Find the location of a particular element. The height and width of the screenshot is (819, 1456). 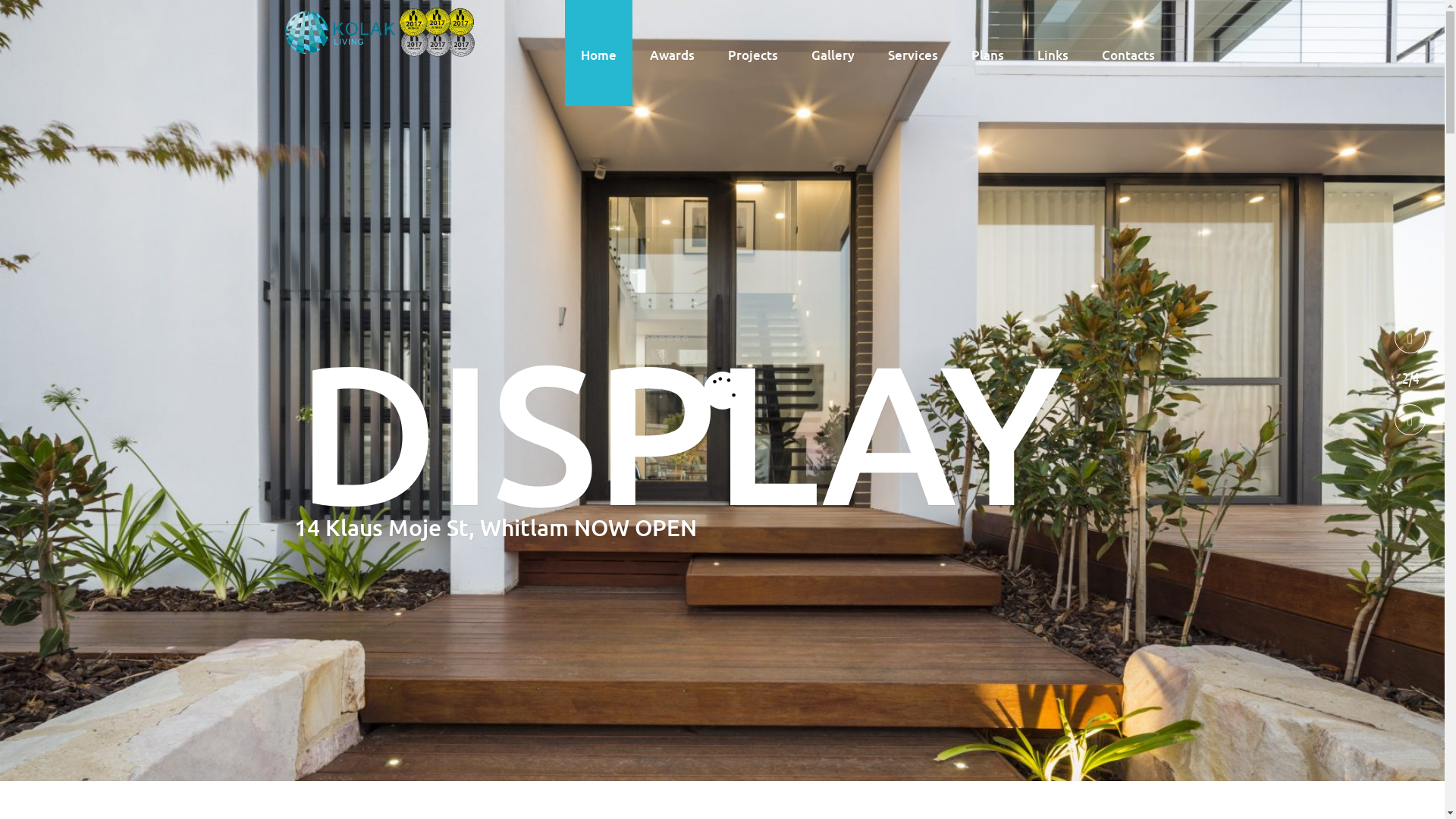

'Home' is located at coordinates (597, 52).